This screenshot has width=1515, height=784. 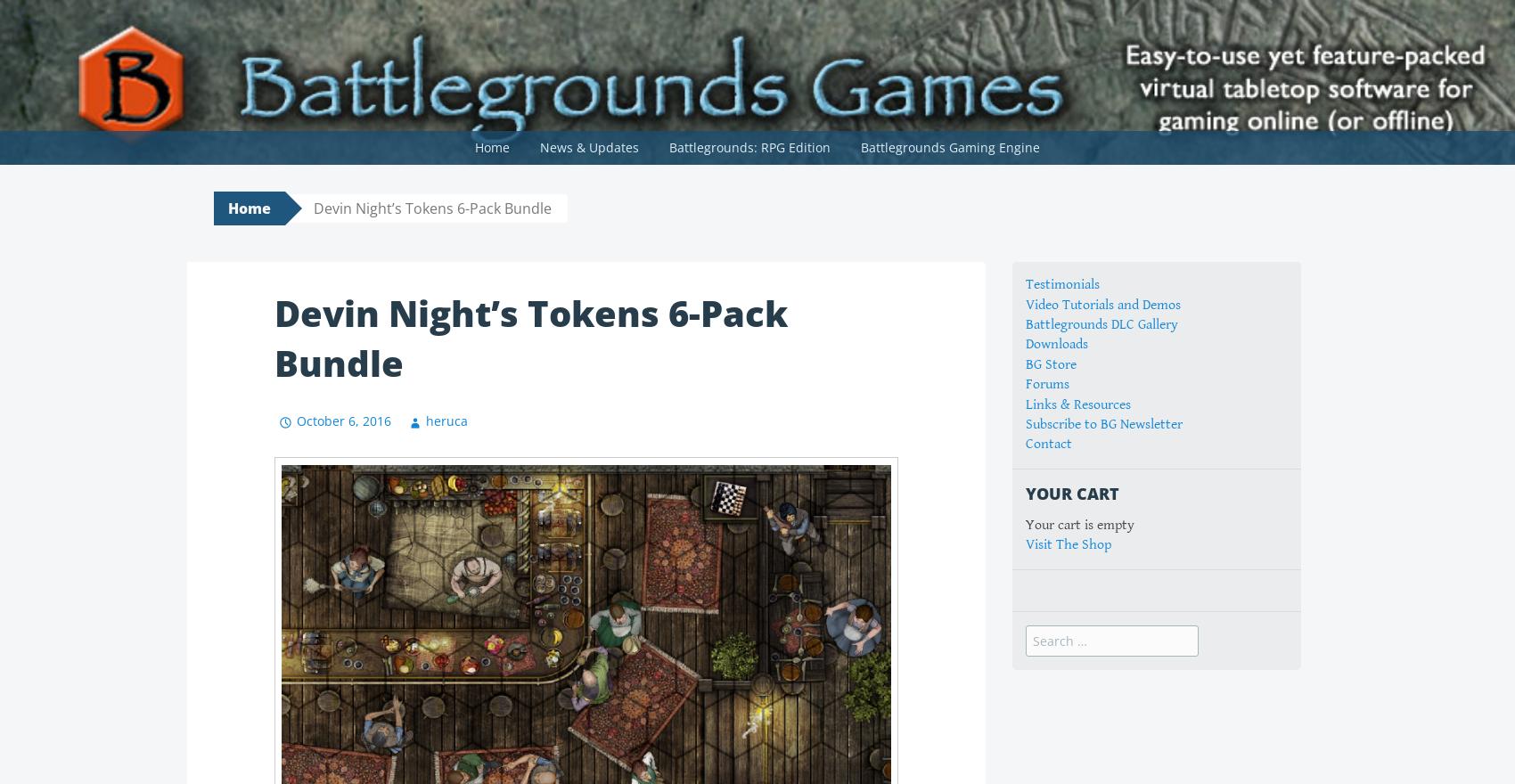 What do you see at coordinates (950, 146) in the screenshot?
I see `'Battlegrounds Gaming Engine'` at bounding box center [950, 146].